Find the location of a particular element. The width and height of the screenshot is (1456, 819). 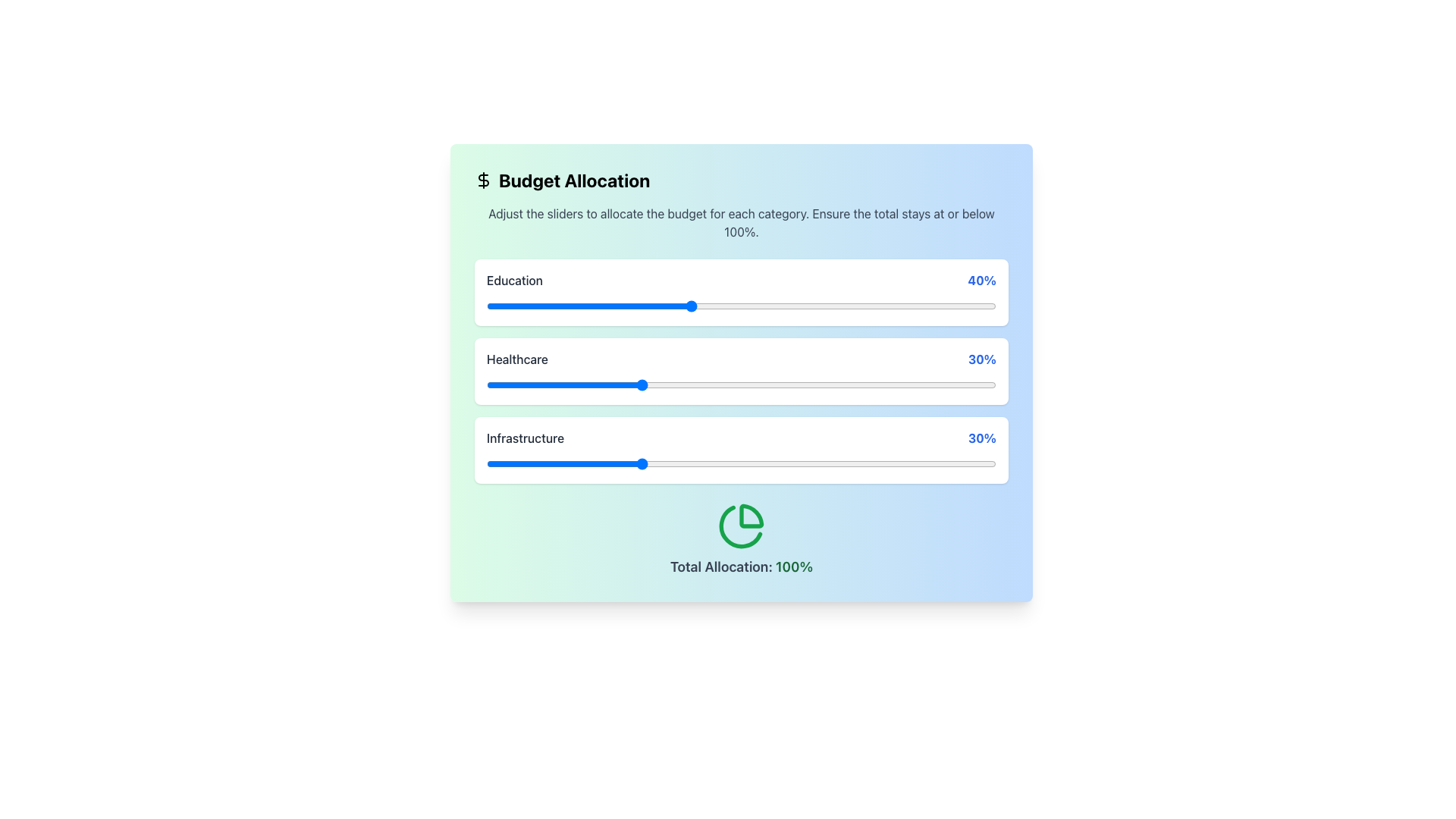

healthcare allocation is located at coordinates (700, 384).